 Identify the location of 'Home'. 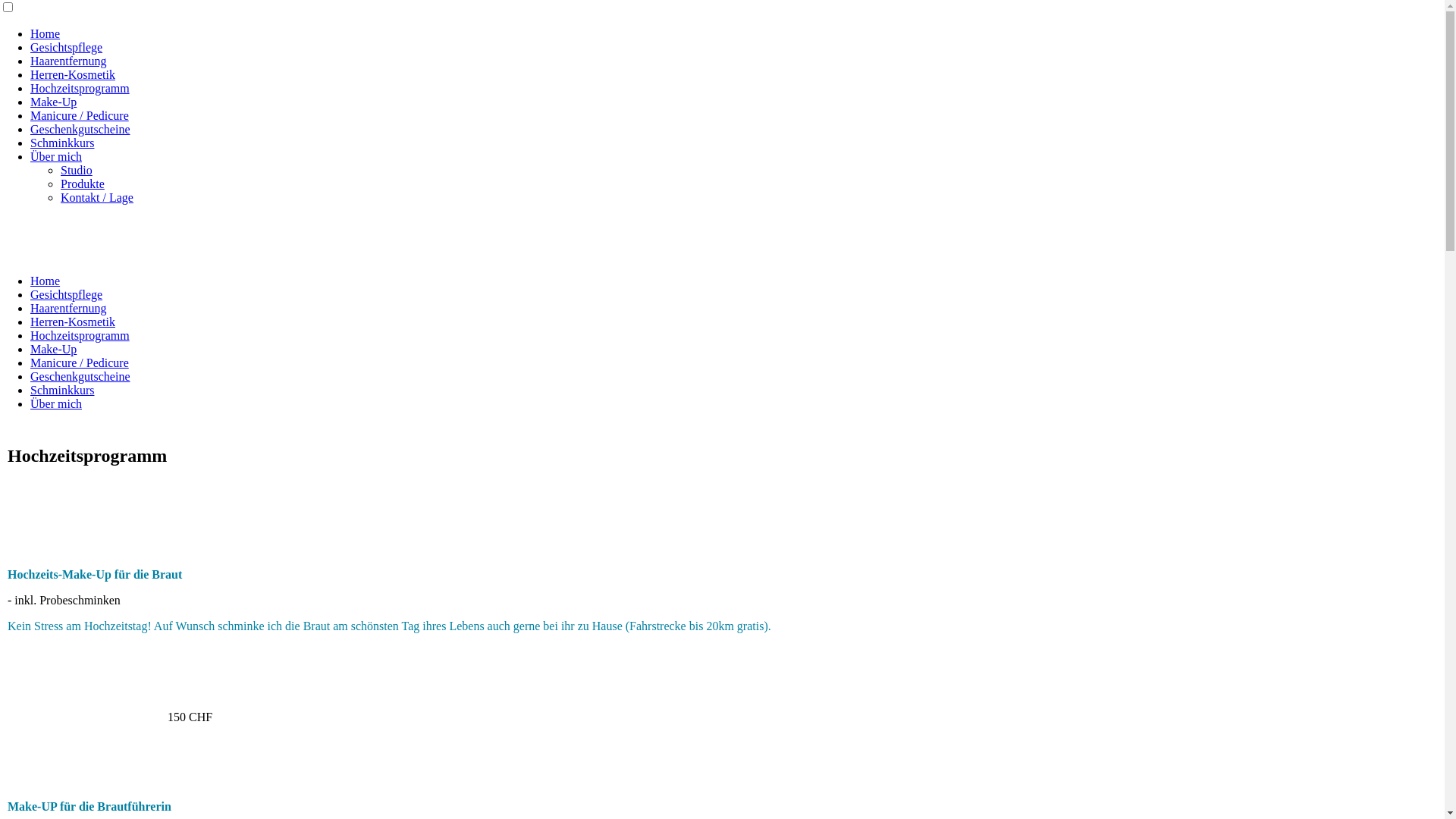
(45, 33).